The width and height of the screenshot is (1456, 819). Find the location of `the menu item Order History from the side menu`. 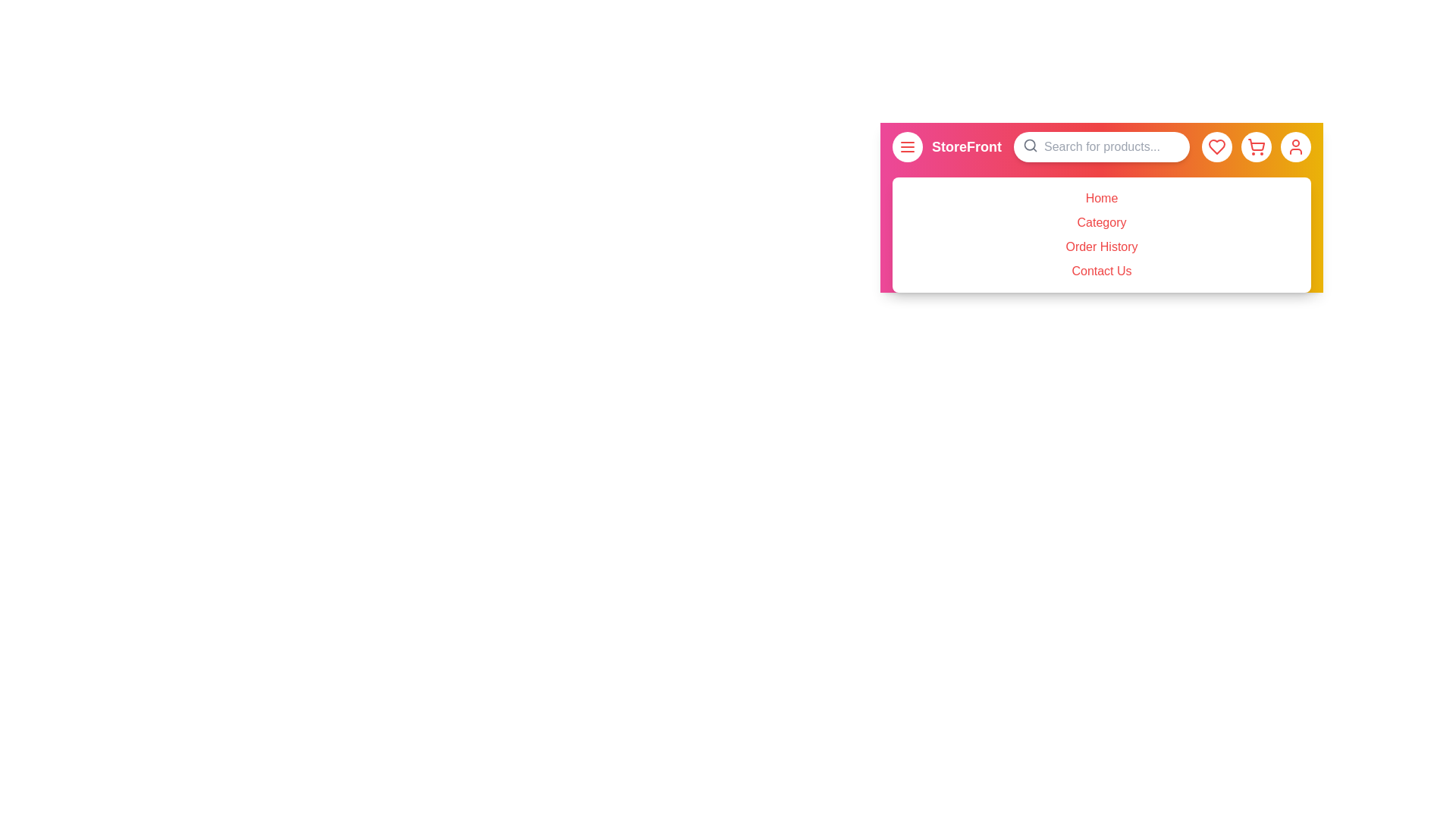

the menu item Order History from the side menu is located at coordinates (1102, 246).